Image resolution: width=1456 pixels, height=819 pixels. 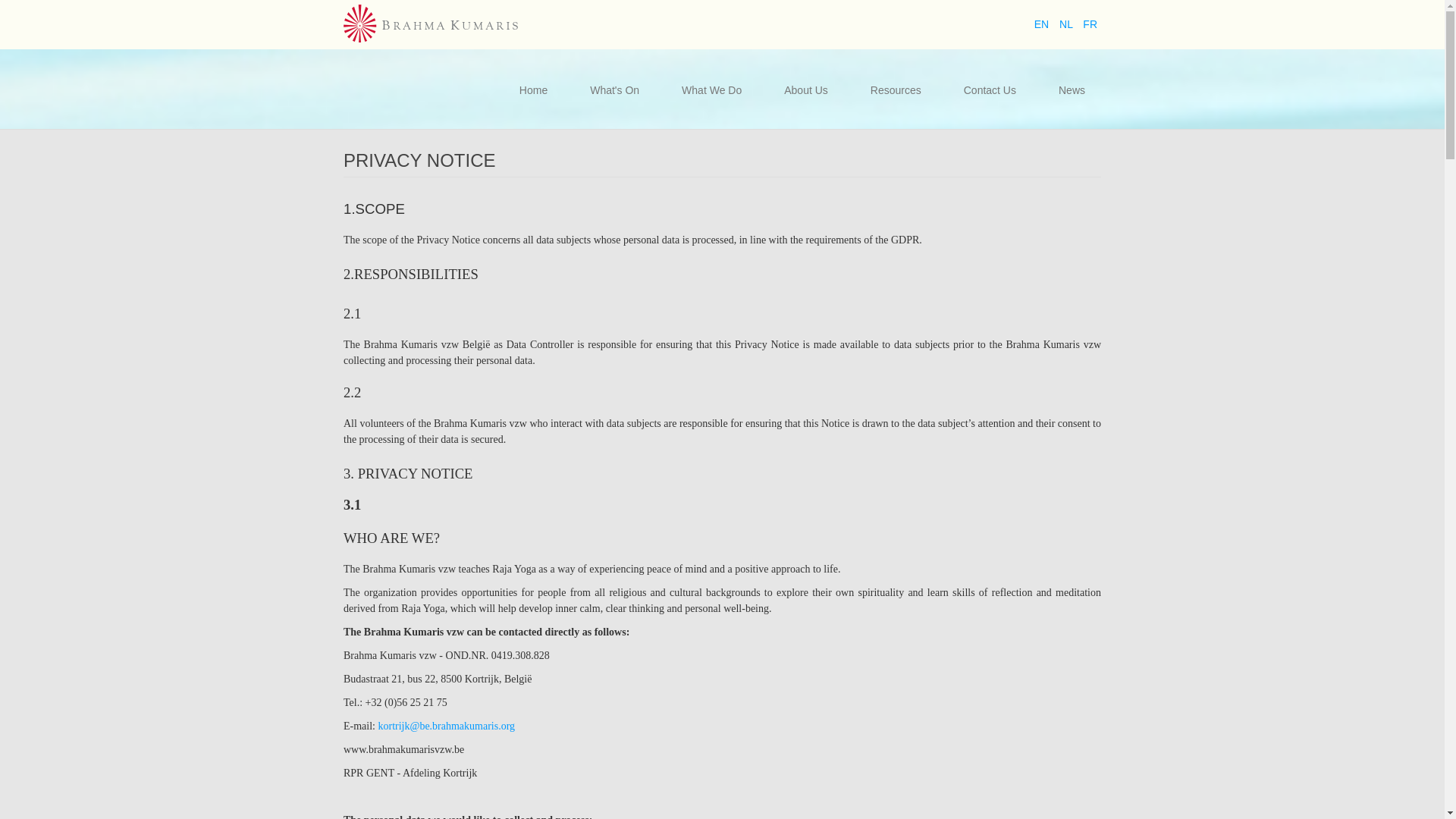 What do you see at coordinates (1071, 90) in the screenshot?
I see `'News'` at bounding box center [1071, 90].